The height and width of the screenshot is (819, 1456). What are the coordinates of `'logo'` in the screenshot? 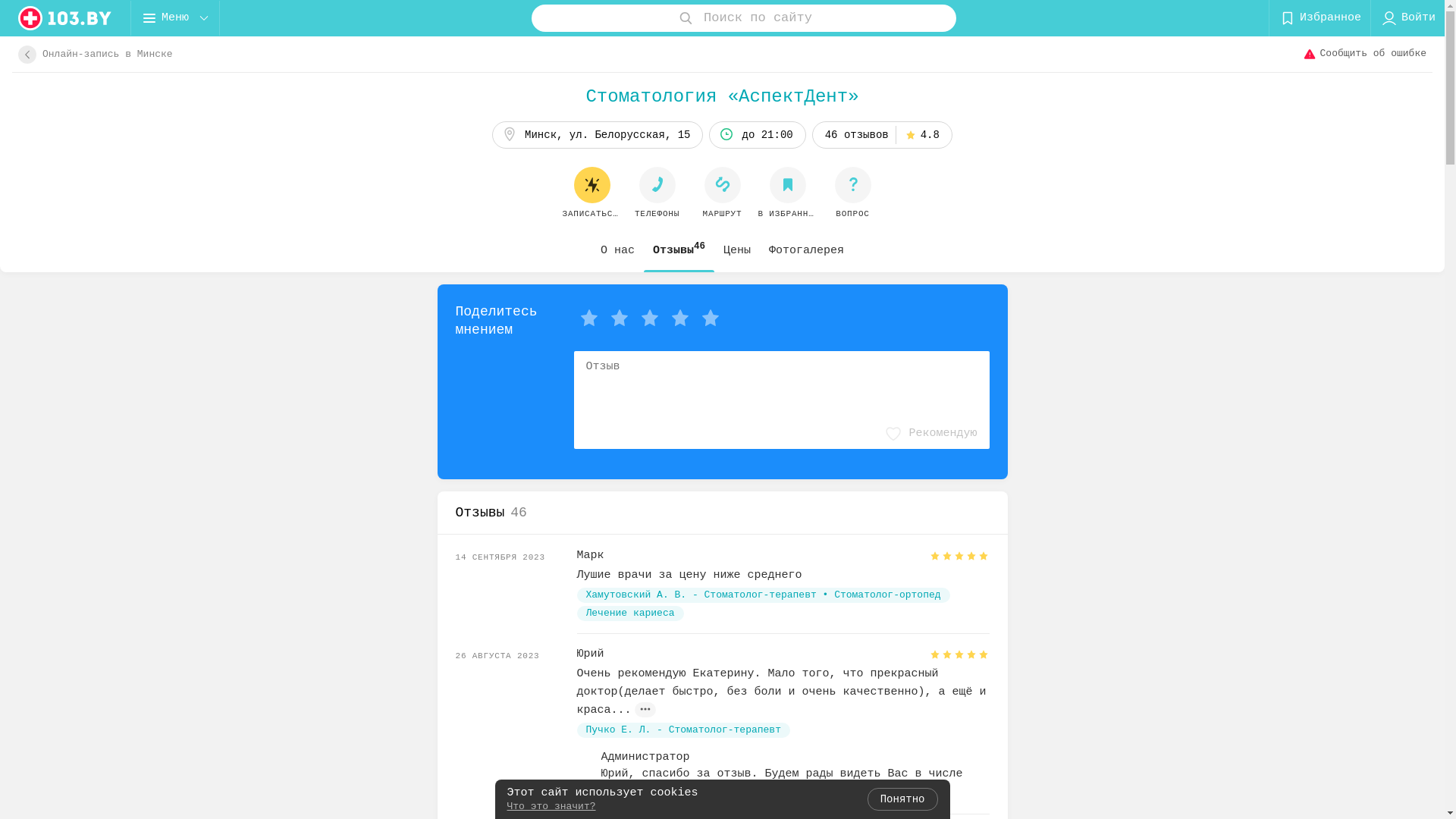 It's located at (18, 17).